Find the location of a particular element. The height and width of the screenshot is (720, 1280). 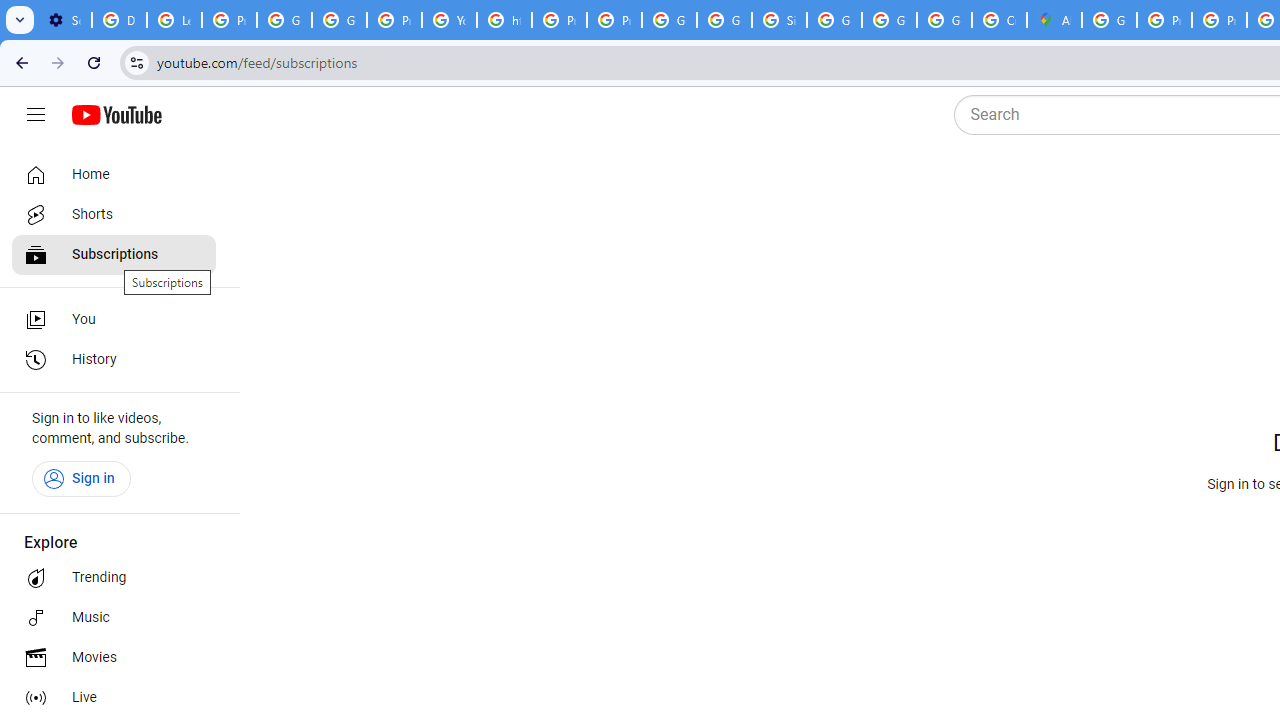

'Home' is located at coordinates (112, 173).